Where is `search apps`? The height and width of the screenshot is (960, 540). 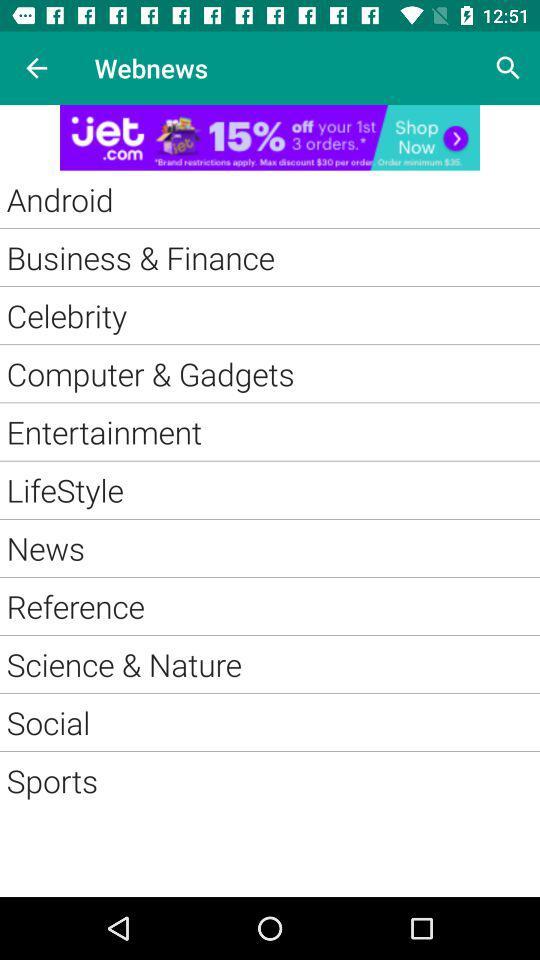
search apps is located at coordinates (508, 68).